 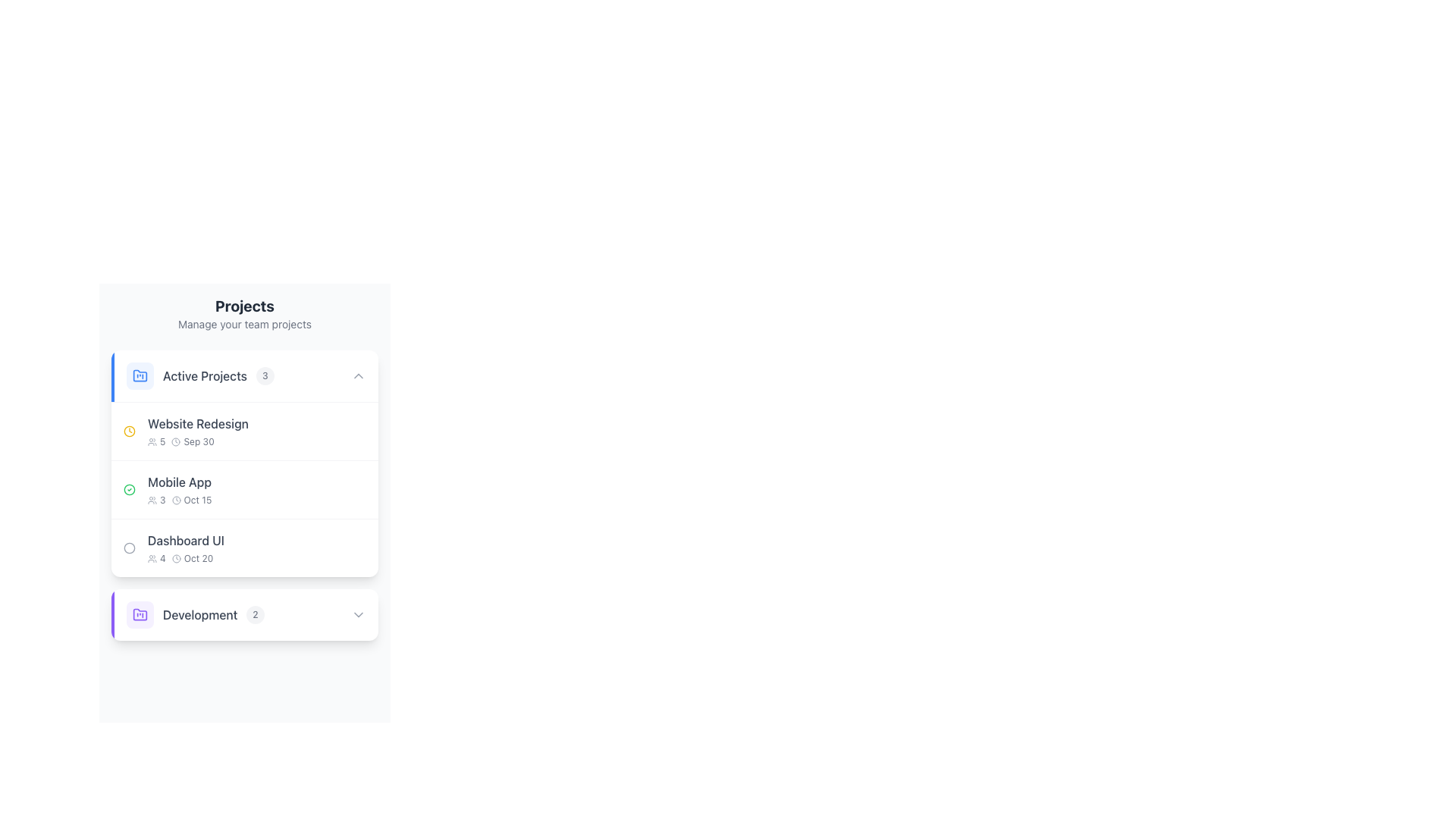 I want to click on the 'Active Projects' text label, which is styled in a medium-weight gray font and is positioned adjacent to a folder icon and a numeric badge displaying '3', so click(x=204, y=375).